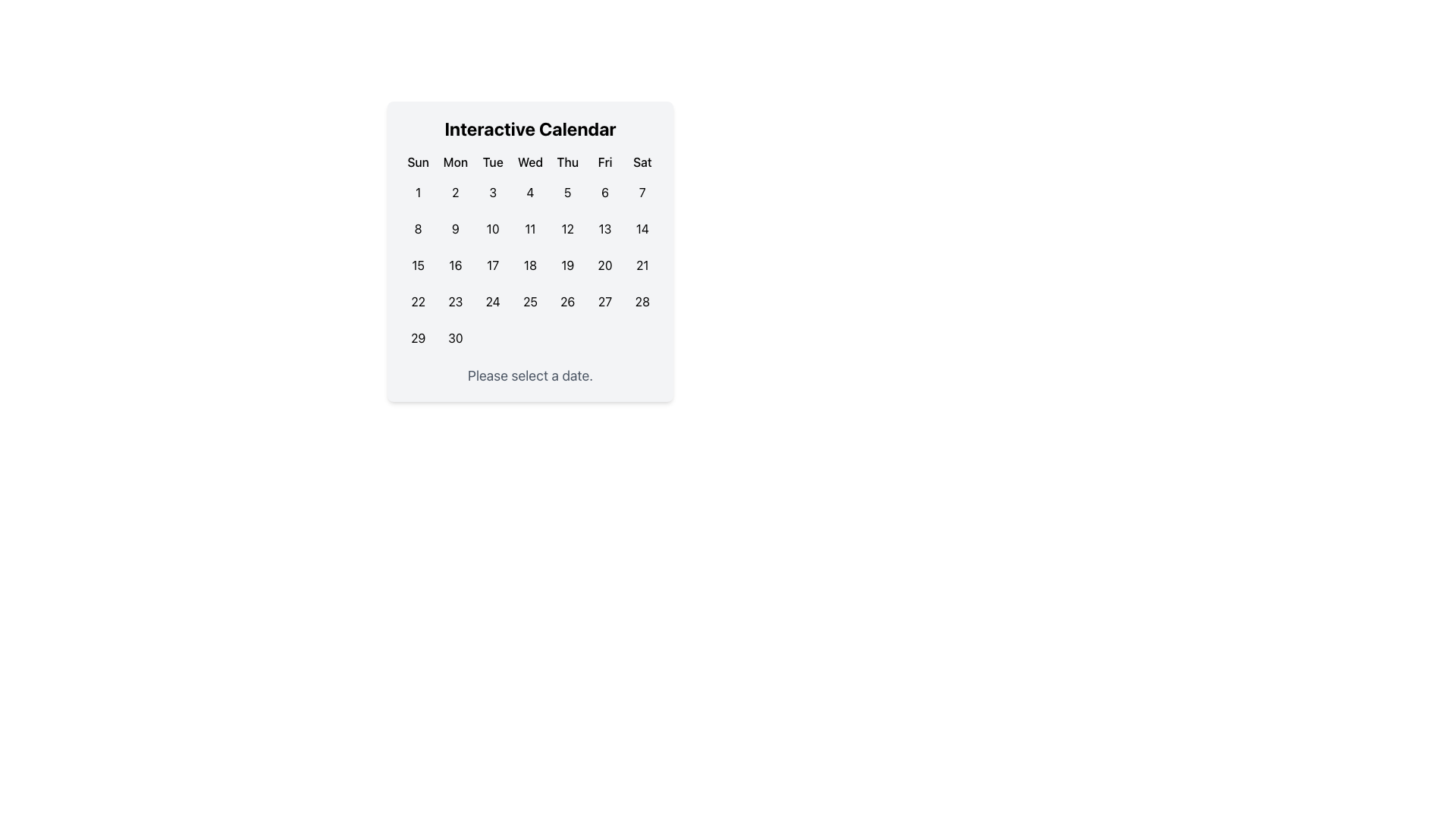 This screenshot has height=819, width=1456. I want to click on the interactive button displaying the number '3' in the calendar grid, so click(493, 192).